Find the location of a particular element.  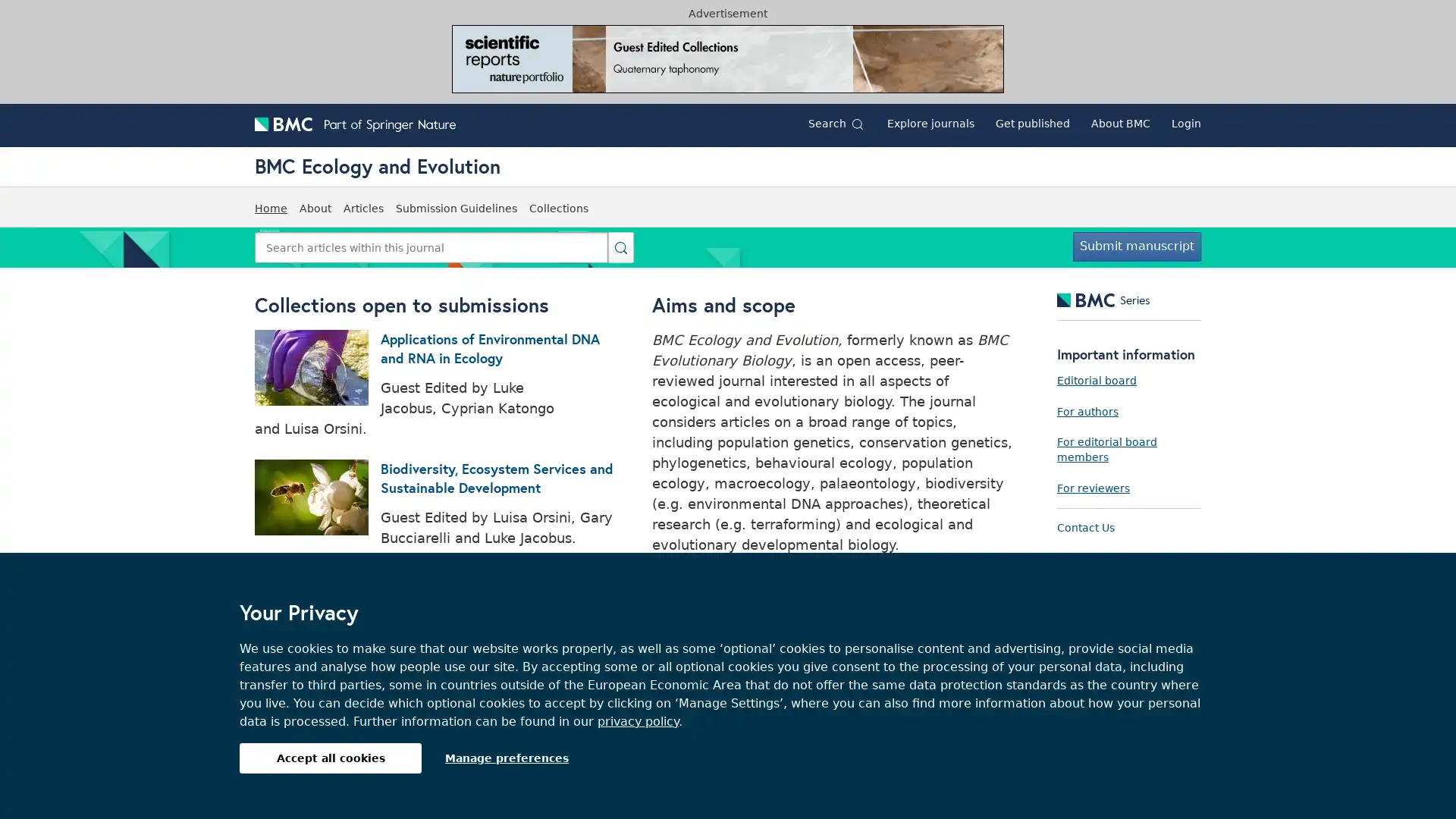

Accept all cookies is located at coordinates (330, 758).